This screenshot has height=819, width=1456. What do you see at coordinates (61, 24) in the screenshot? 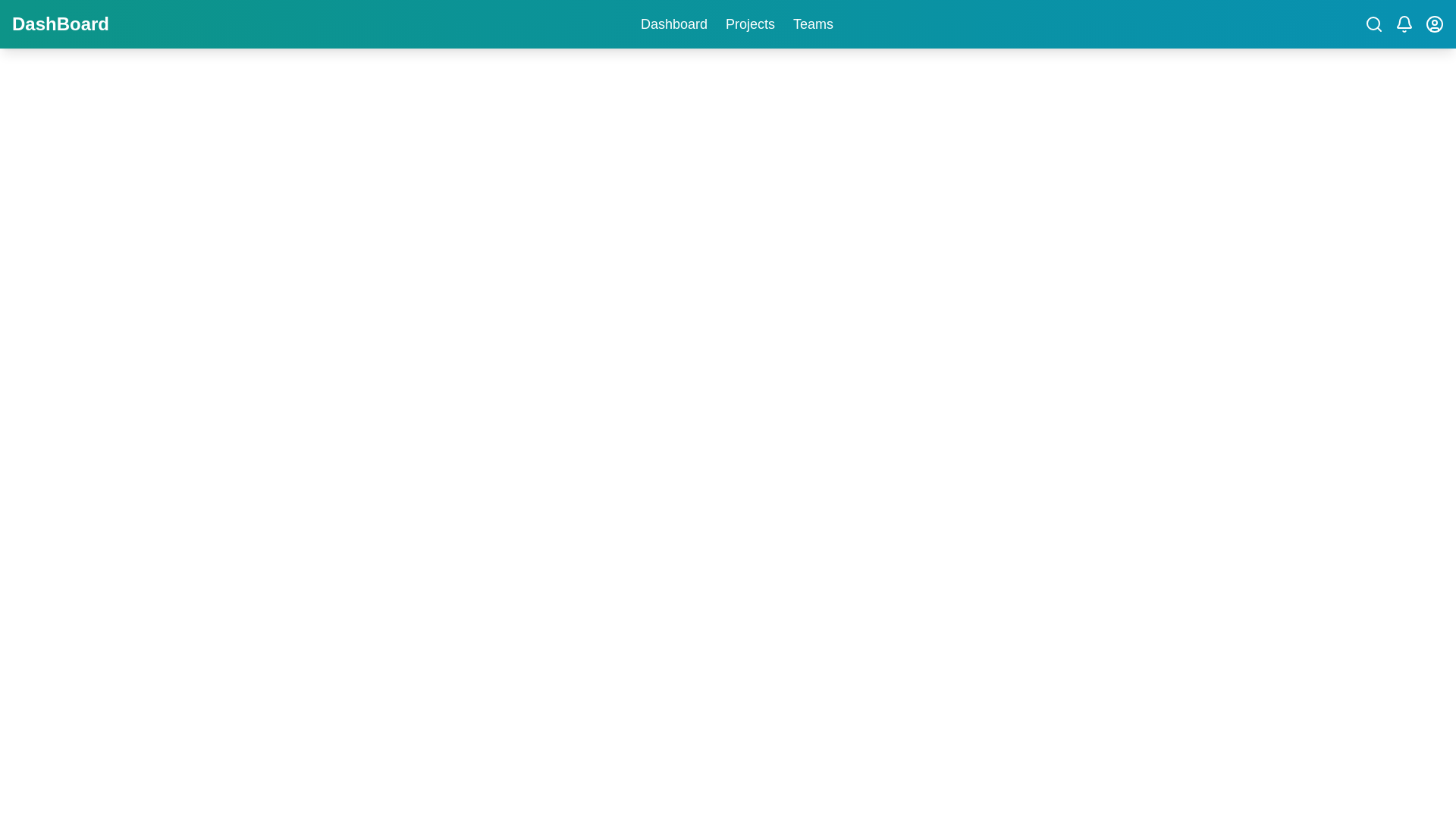
I see `the static text label displaying 'DashBoard' which is styled in bold white font against a teal background, located at the leftmost part of the top navigation bar` at bounding box center [61, 24].